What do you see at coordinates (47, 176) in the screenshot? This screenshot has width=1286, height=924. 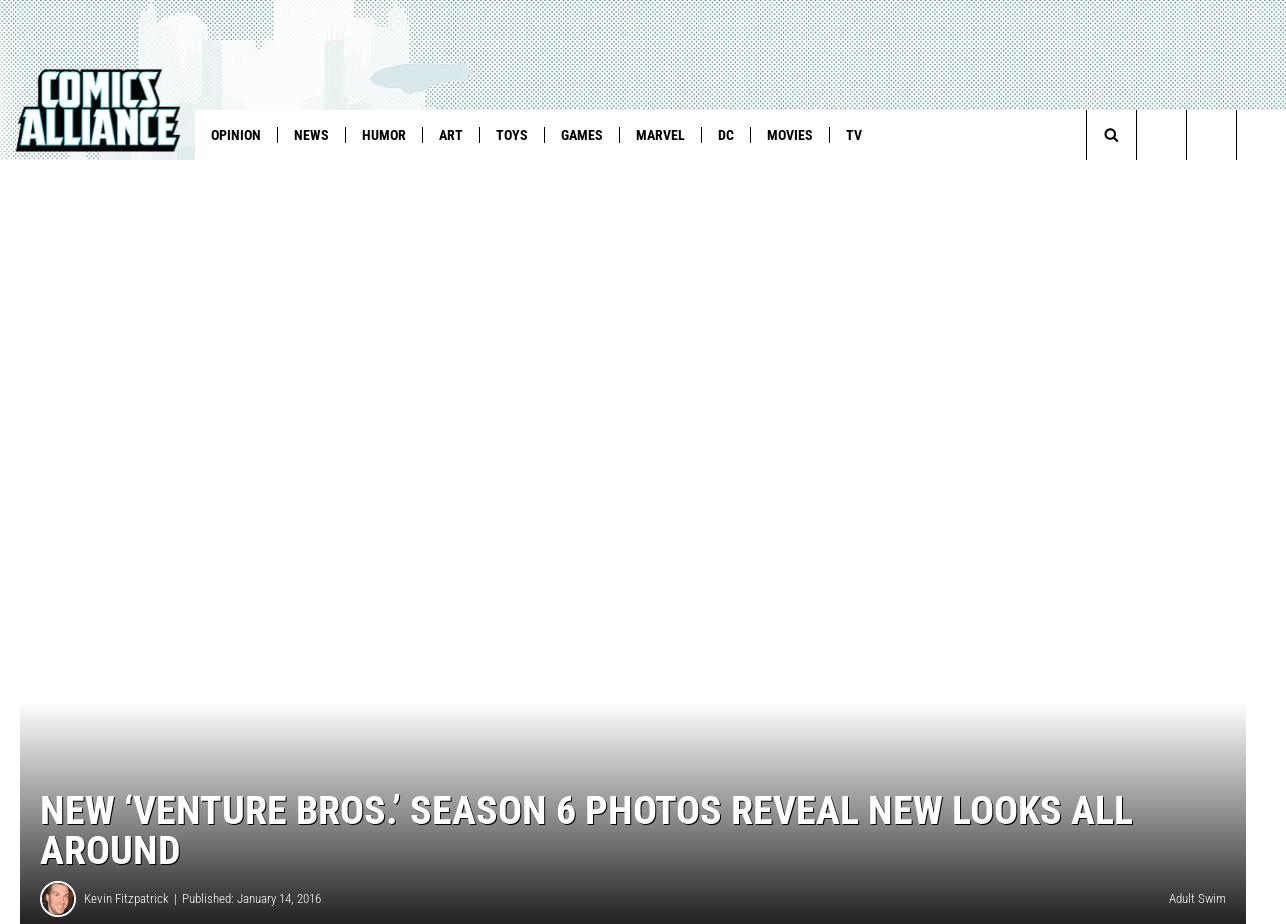 I see `'Trending:'` at bounding box center [47, 176].